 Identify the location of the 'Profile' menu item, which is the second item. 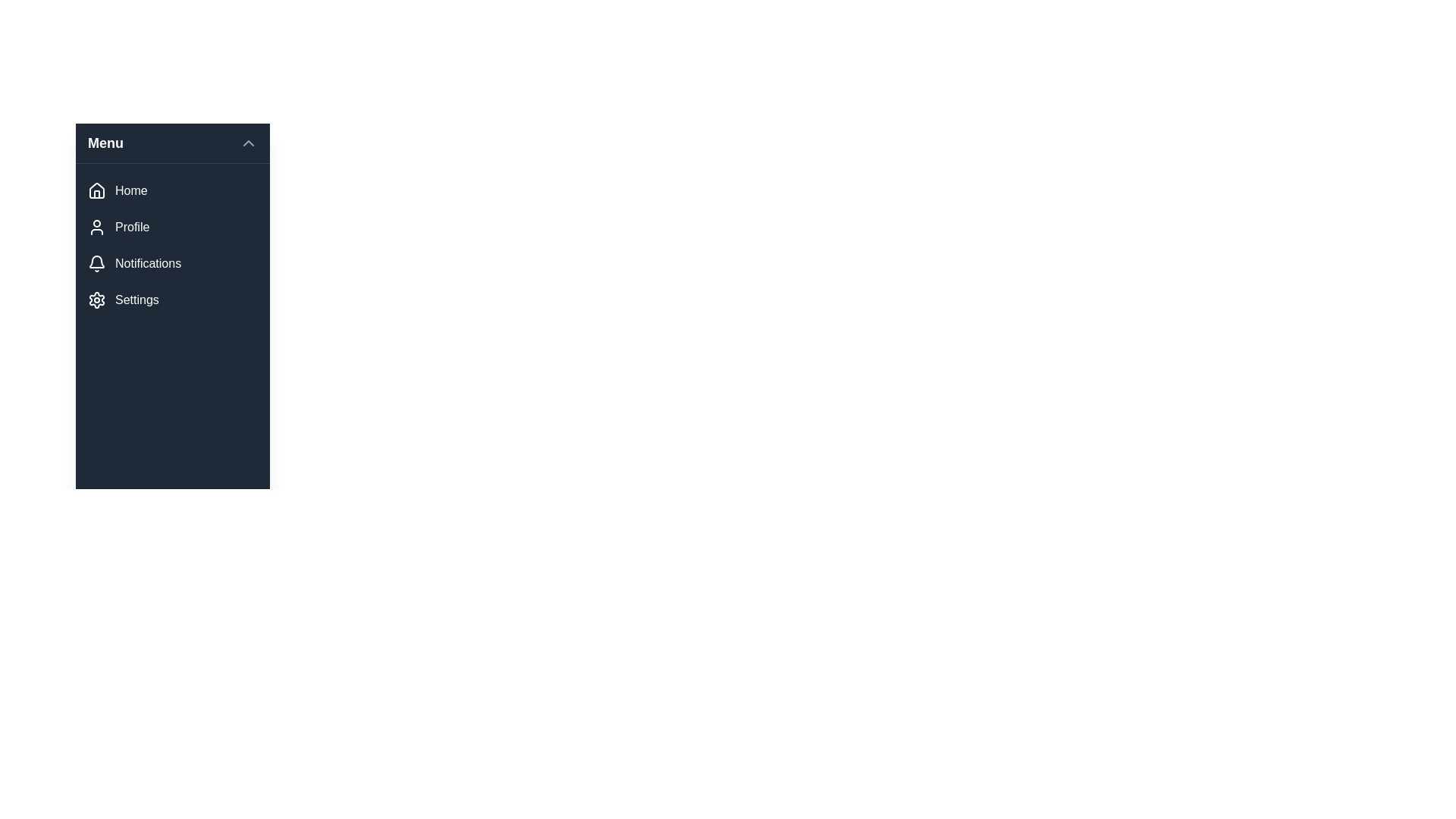
(172, 227).